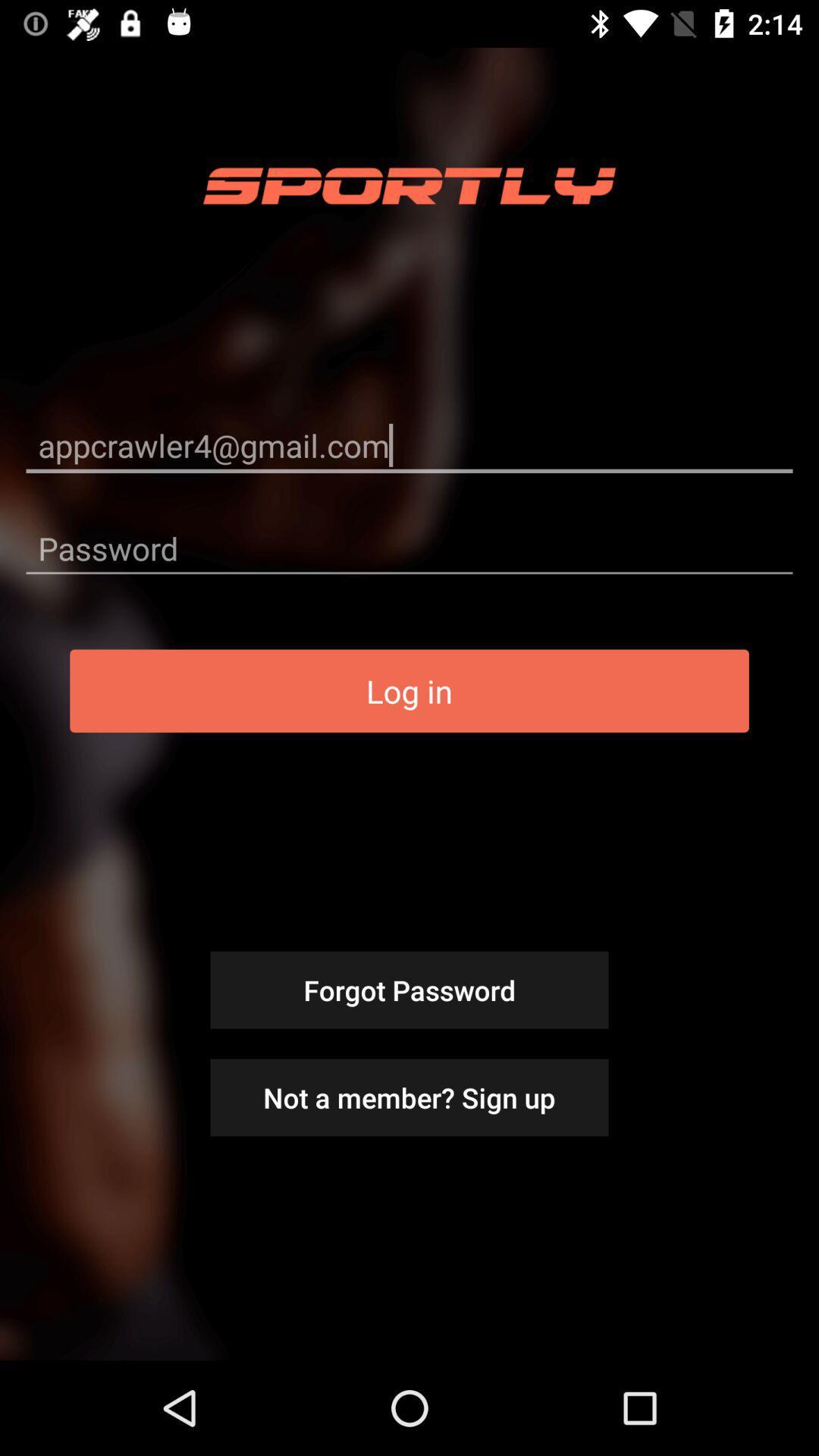  I want to click on log in icon, so click(409, 690).